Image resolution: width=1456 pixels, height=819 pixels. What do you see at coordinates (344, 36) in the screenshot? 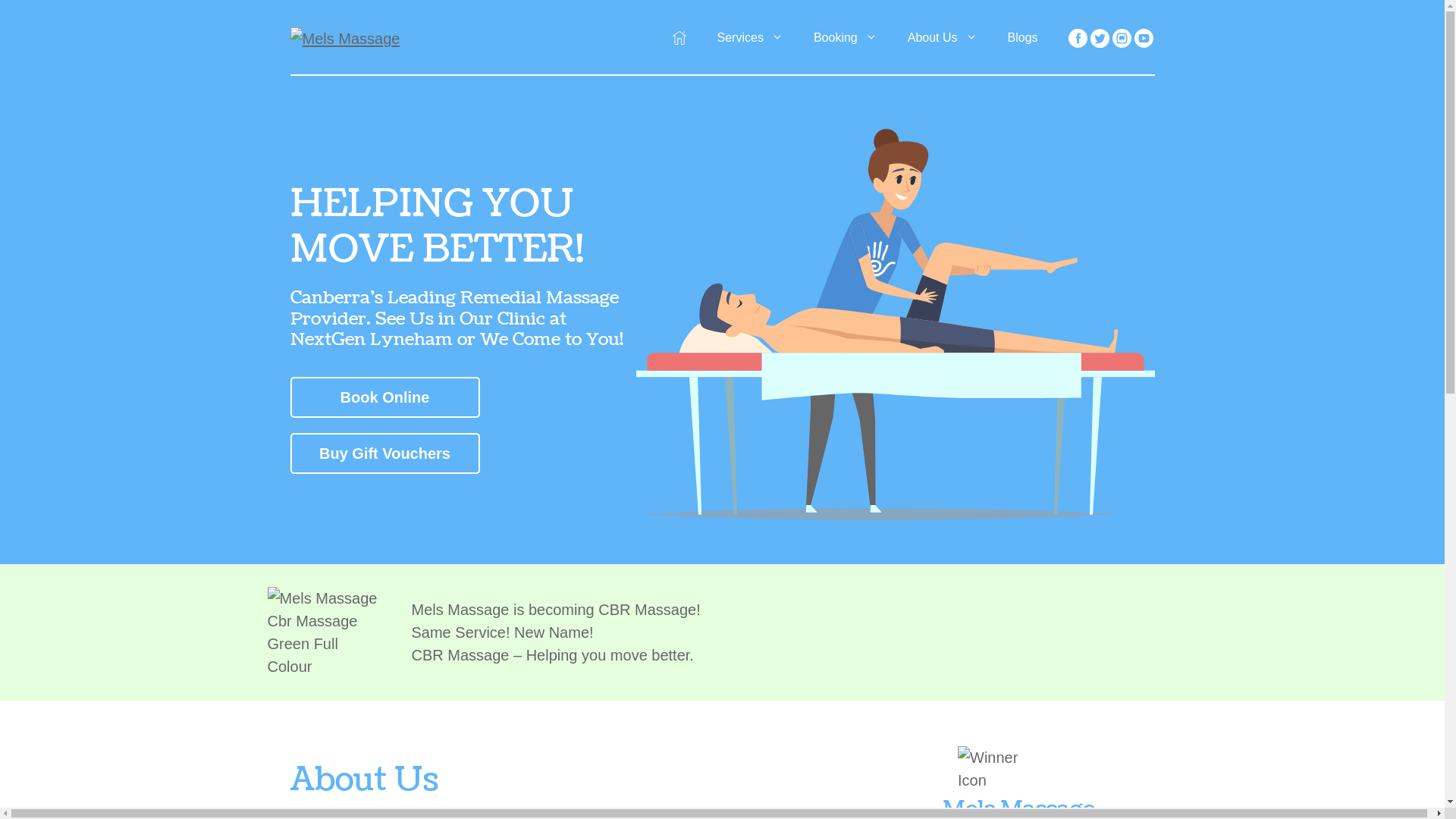
I see `'Mels Massage'` at bounding box center [344, 36].